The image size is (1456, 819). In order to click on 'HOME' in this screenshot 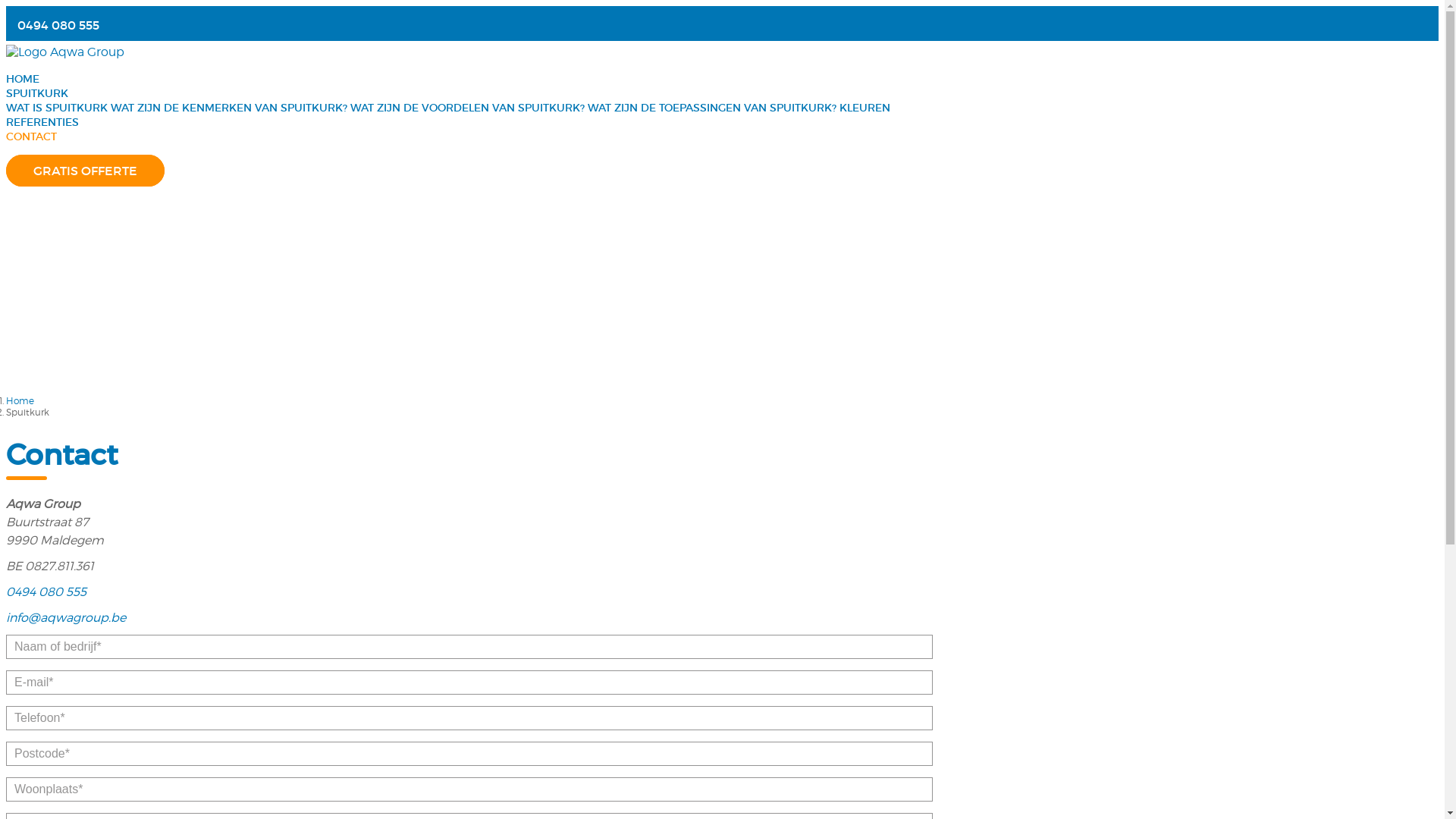, I will do `click(22, 79)`.